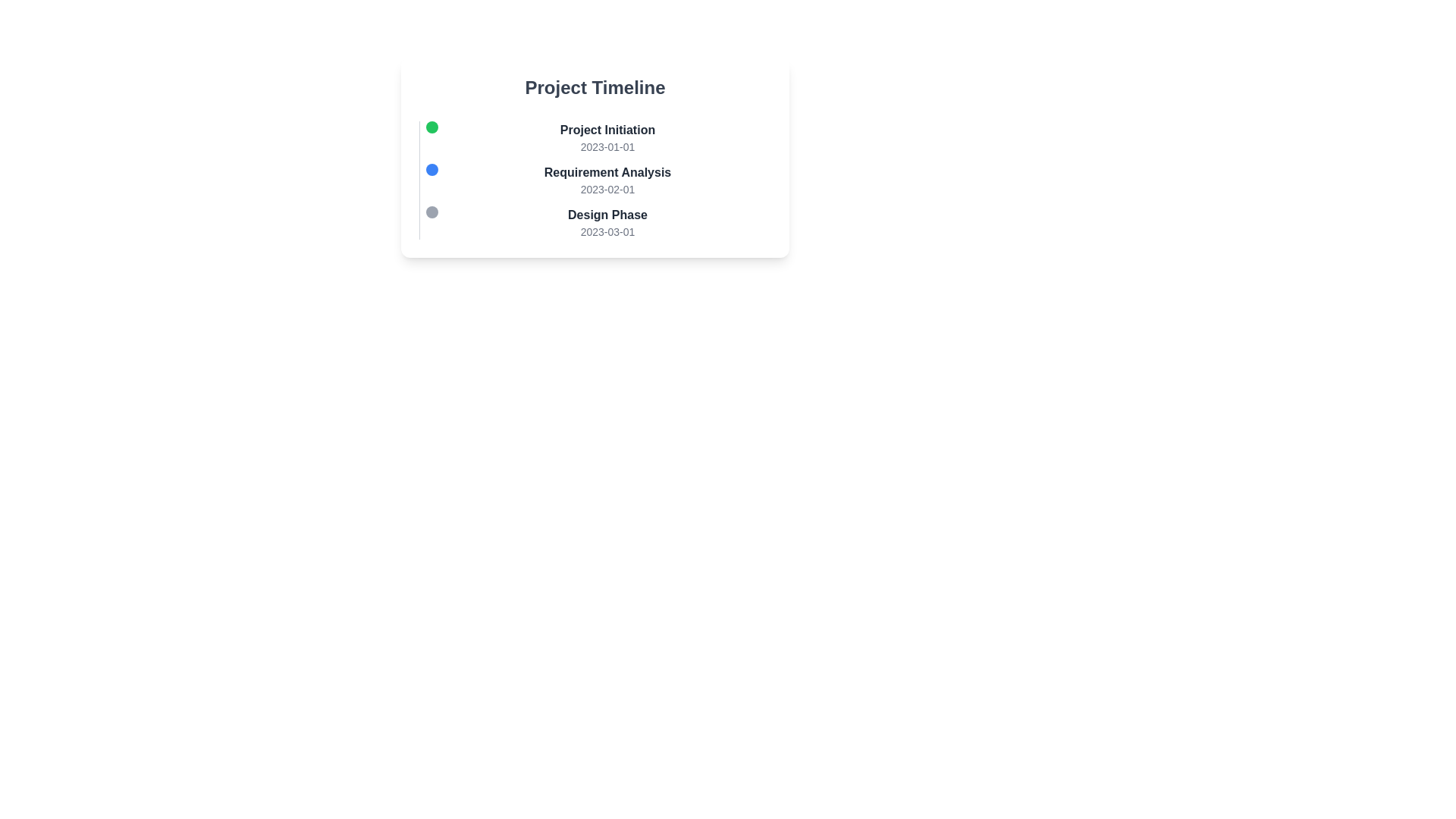  What do you see at coordinates (601, 180) in the screenshot?
I see `the Timeline entry that reads 'Requirement Analysis' with the date '2023-02-01' and a blue circular icon to its left` at bounding box center [601, 180].